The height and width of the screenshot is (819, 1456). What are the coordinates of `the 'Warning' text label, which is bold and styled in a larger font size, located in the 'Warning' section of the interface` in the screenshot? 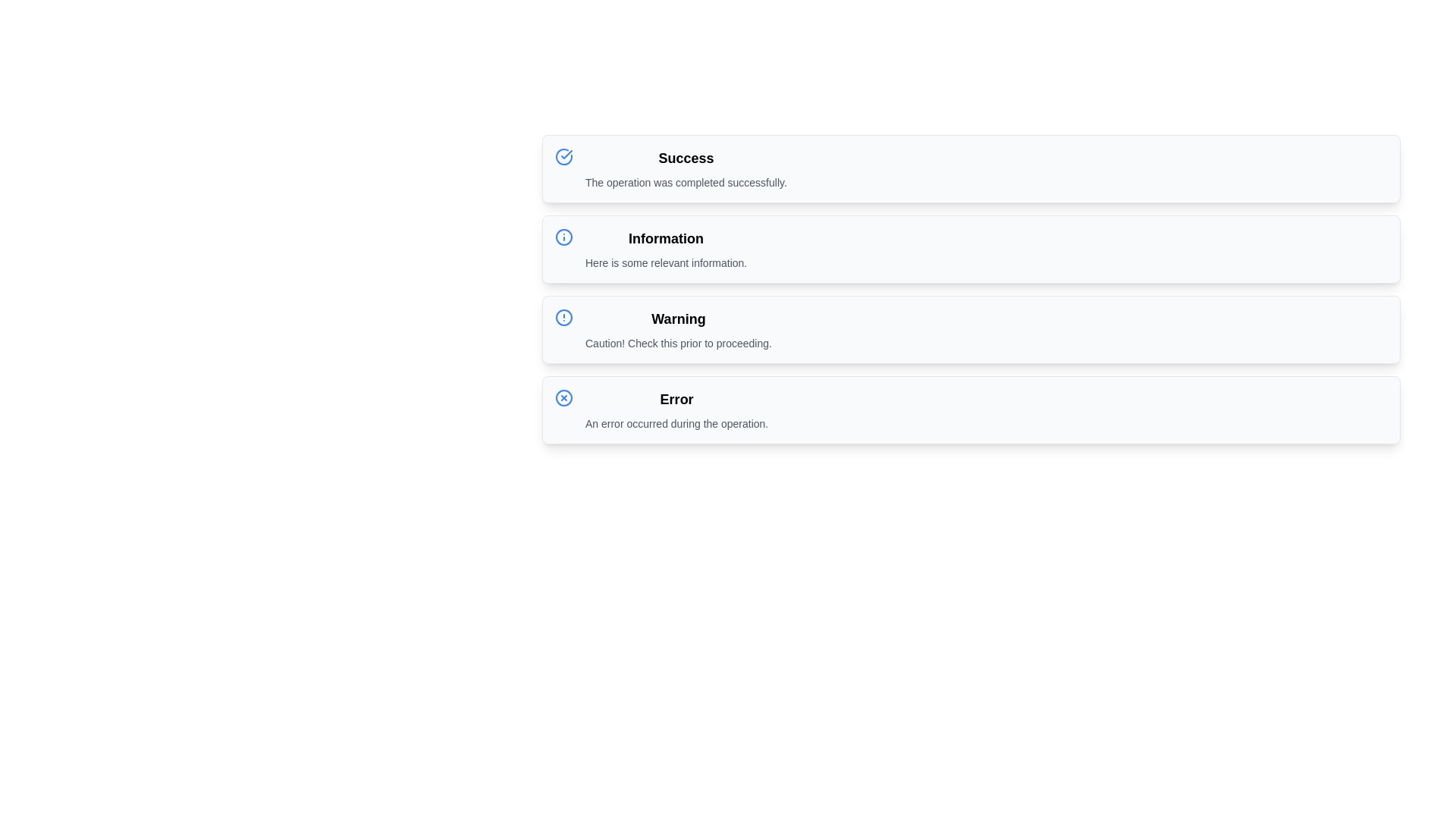 It's located at (677, 318).